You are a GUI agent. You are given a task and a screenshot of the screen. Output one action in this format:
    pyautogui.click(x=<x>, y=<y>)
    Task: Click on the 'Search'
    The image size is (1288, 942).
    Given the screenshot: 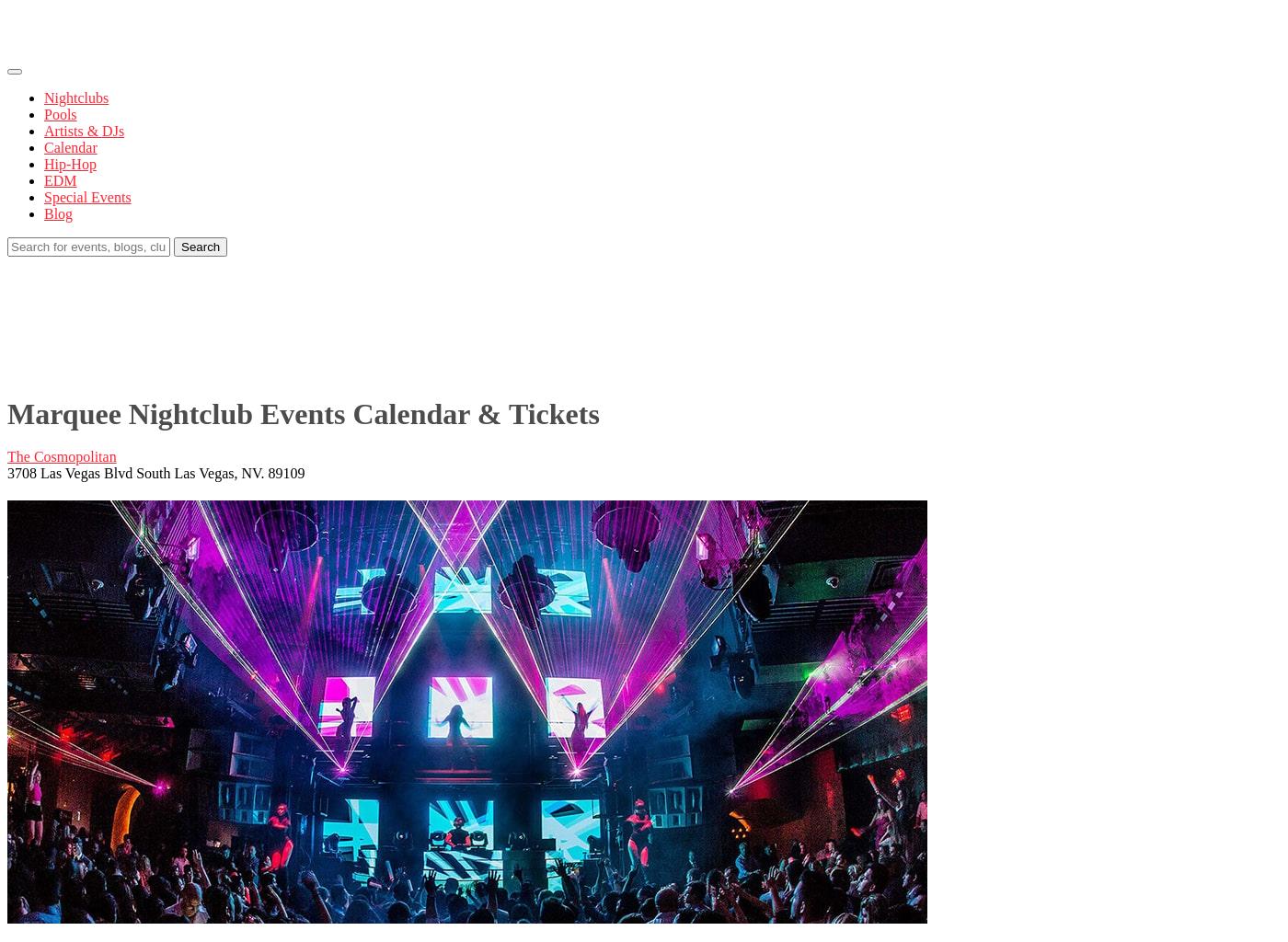 What is the action you would take?
    pyautogui.click(x=200, y=246)
    